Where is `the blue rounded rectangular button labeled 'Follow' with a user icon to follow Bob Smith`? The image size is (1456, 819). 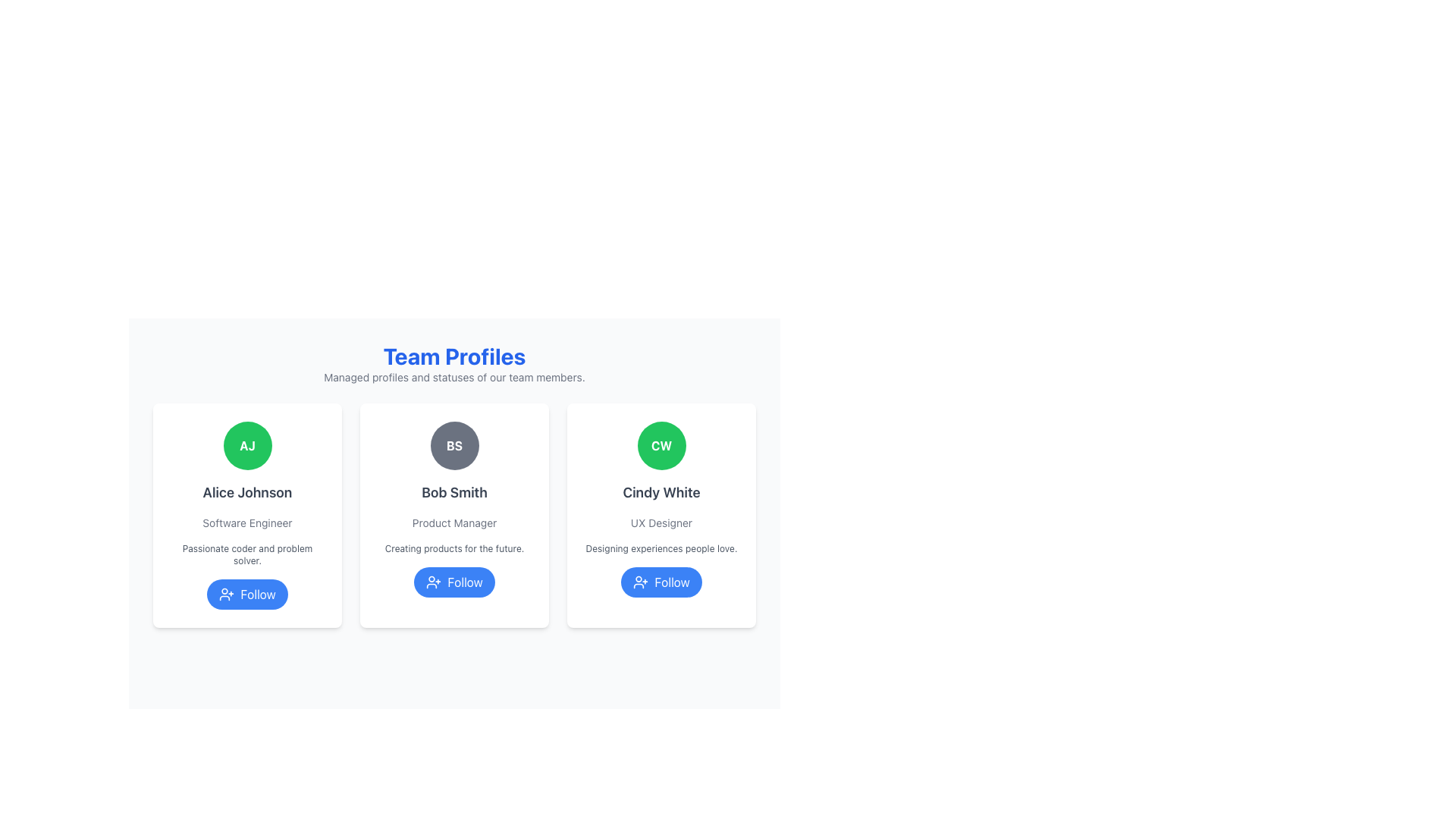 the blue rounded rectangular button labeled 'Follow' with a user icon to follow Bob Smith is located at coordinates (453, 581).